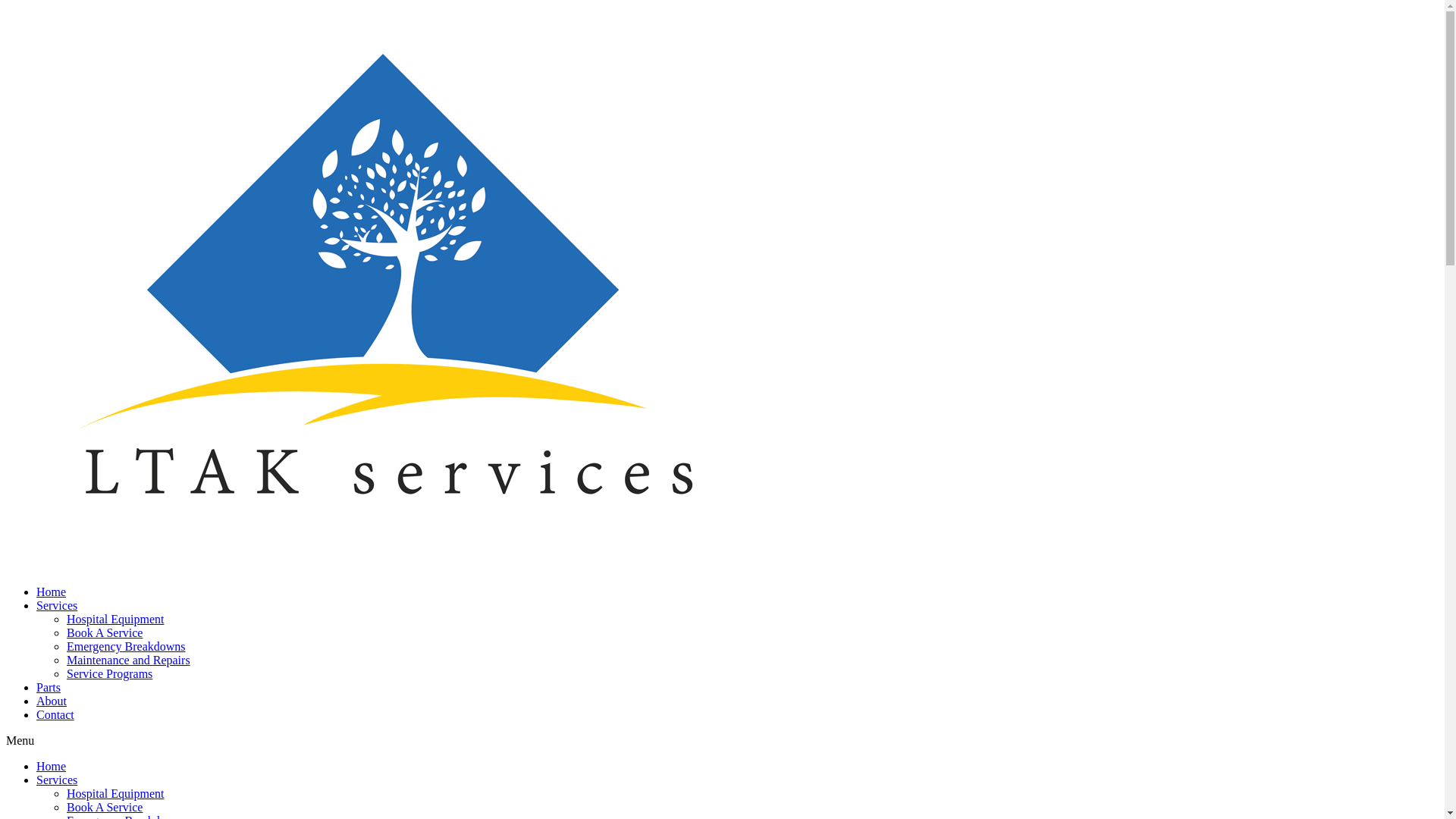  I want to click on 'Book A Service', so click(104, 632).